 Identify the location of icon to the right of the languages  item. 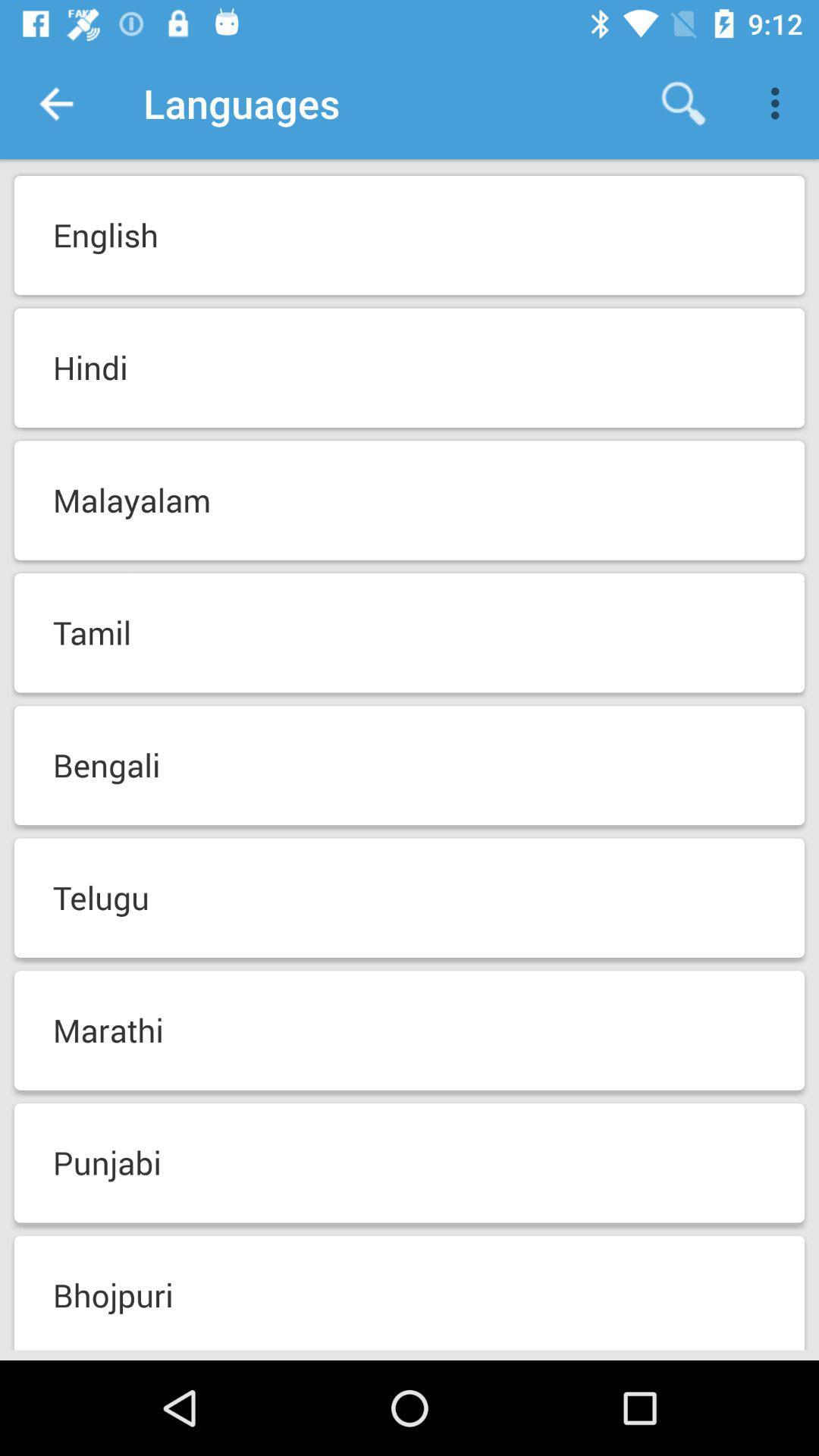
(683, 102).